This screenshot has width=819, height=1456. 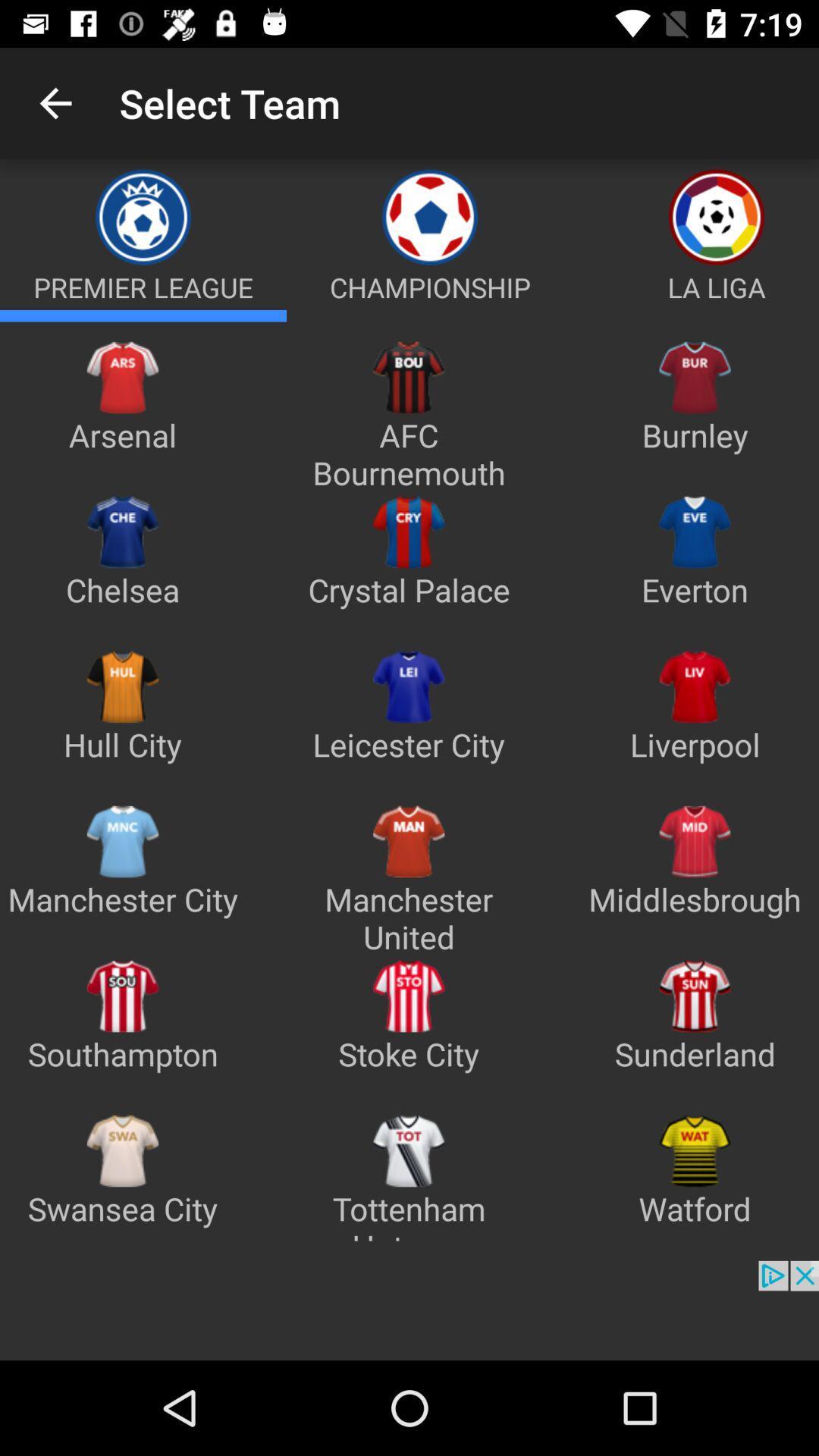 I want to click on details about advertisement, so click(x=409, y=1310).